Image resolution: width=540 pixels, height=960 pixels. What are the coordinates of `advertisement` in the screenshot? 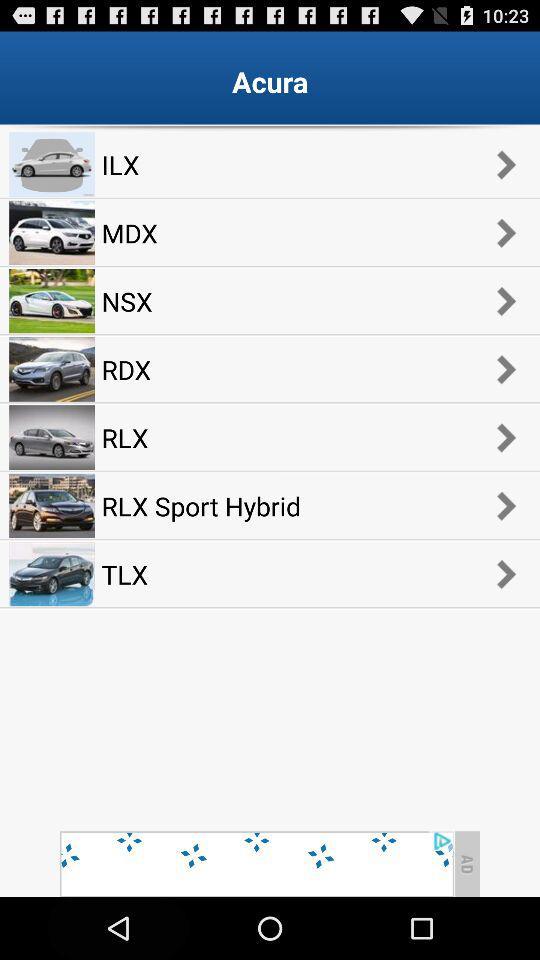 It's located at (256, 863).